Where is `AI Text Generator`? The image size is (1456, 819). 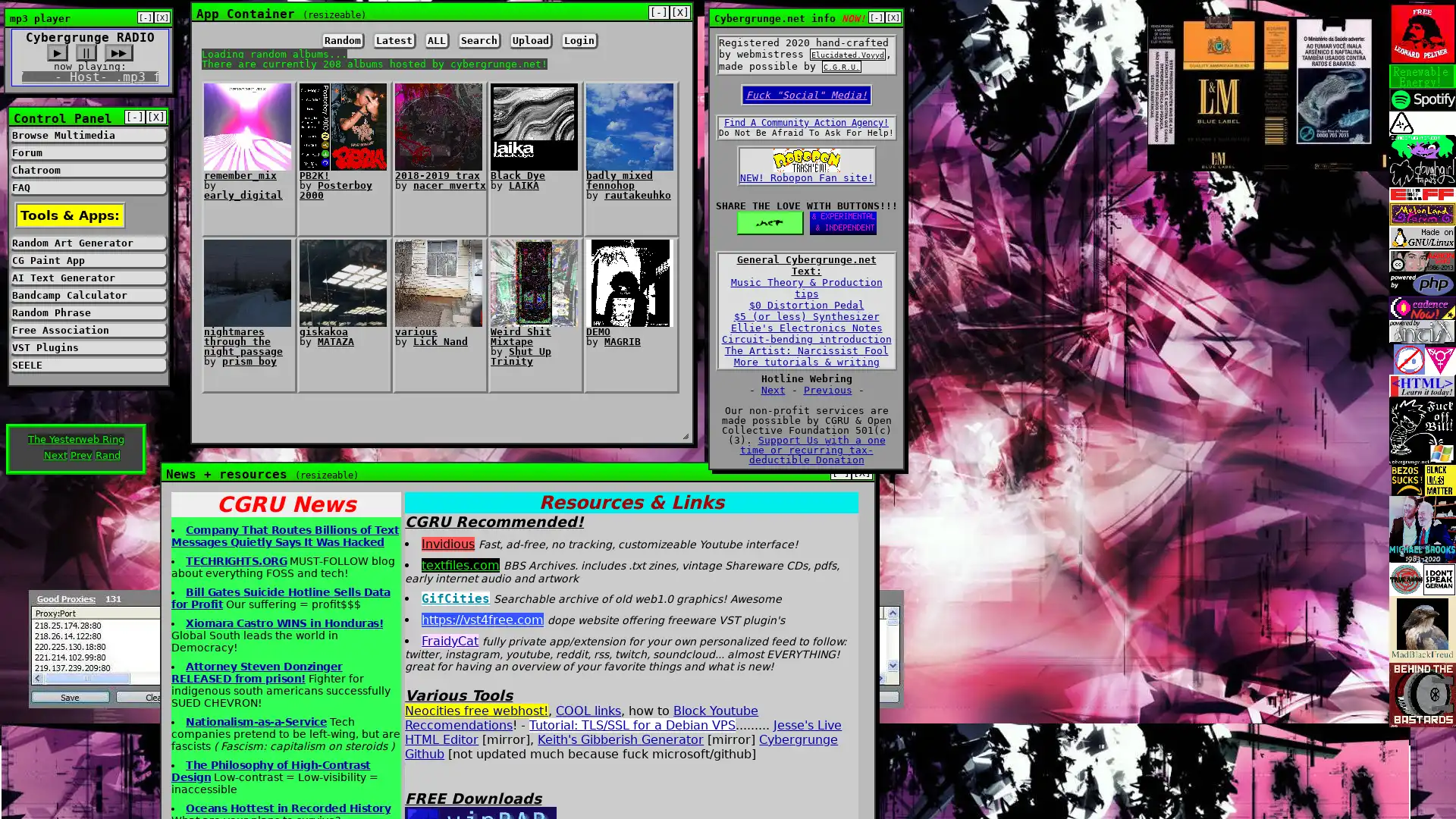
AI Text Generator is located at coordinates (87, 278).